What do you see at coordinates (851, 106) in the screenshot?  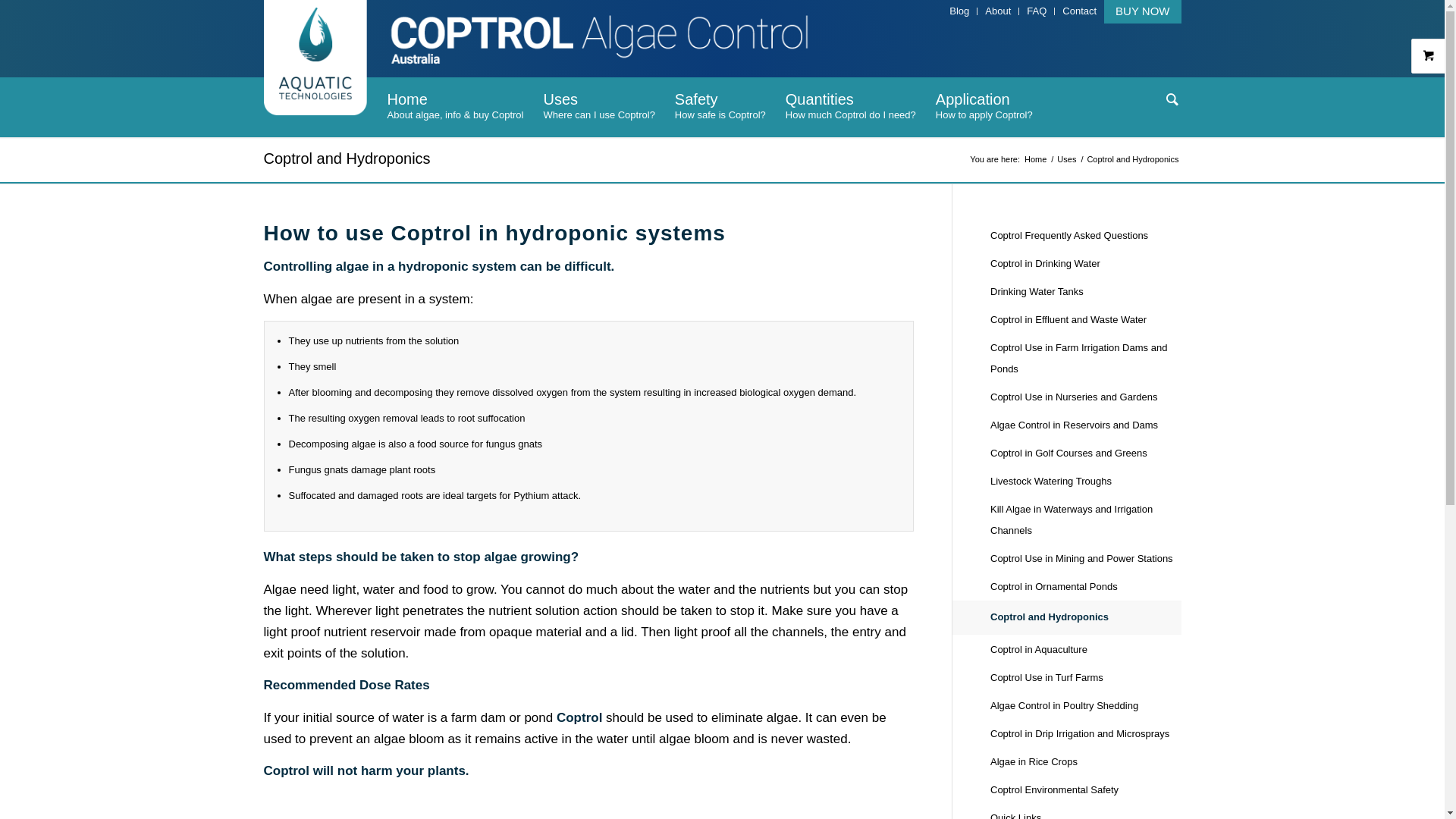 I see `'Quantities'` at bounding box center [851, 106].